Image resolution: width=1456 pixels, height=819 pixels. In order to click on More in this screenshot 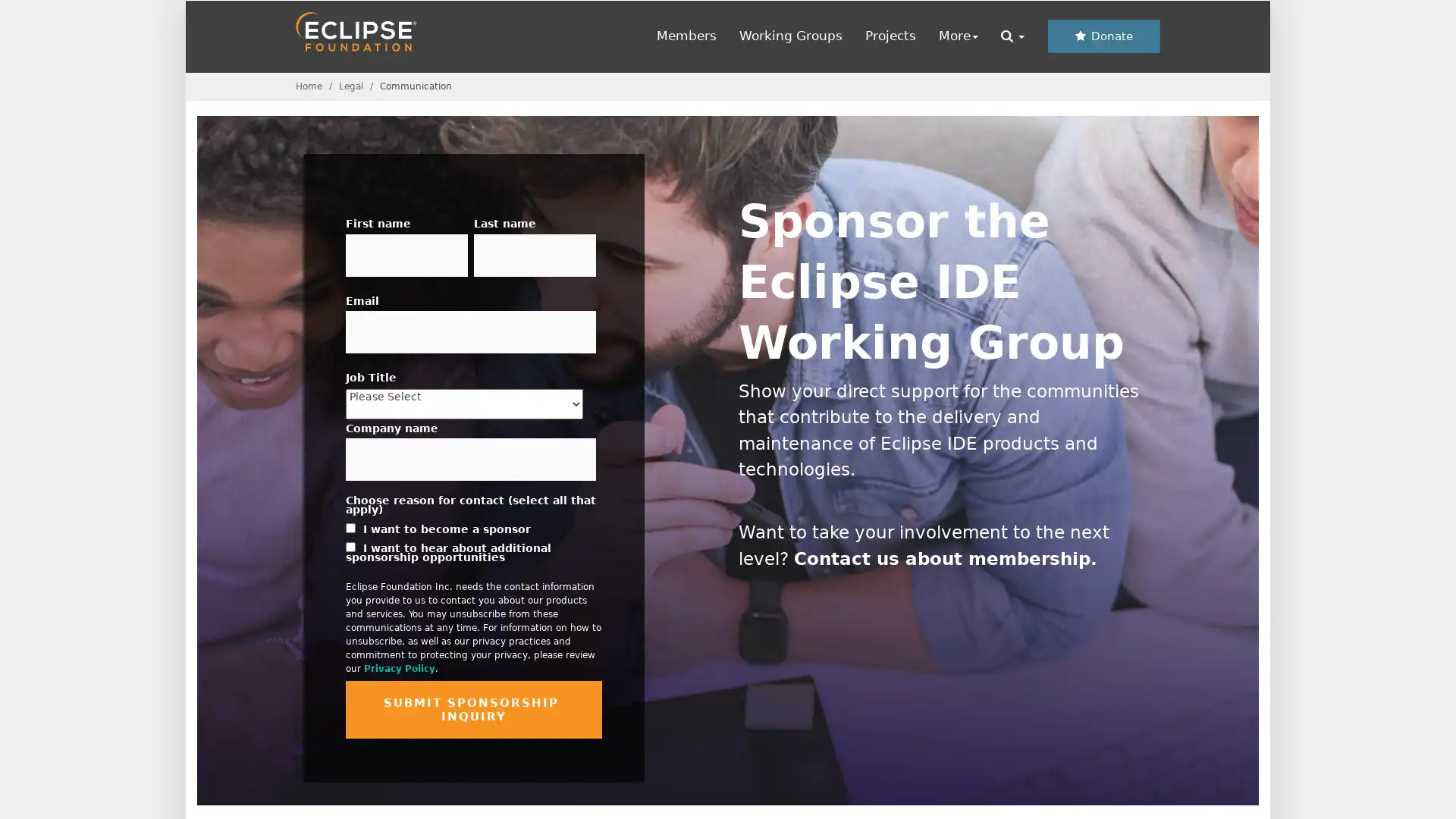, I will do `click(957, 35)`.